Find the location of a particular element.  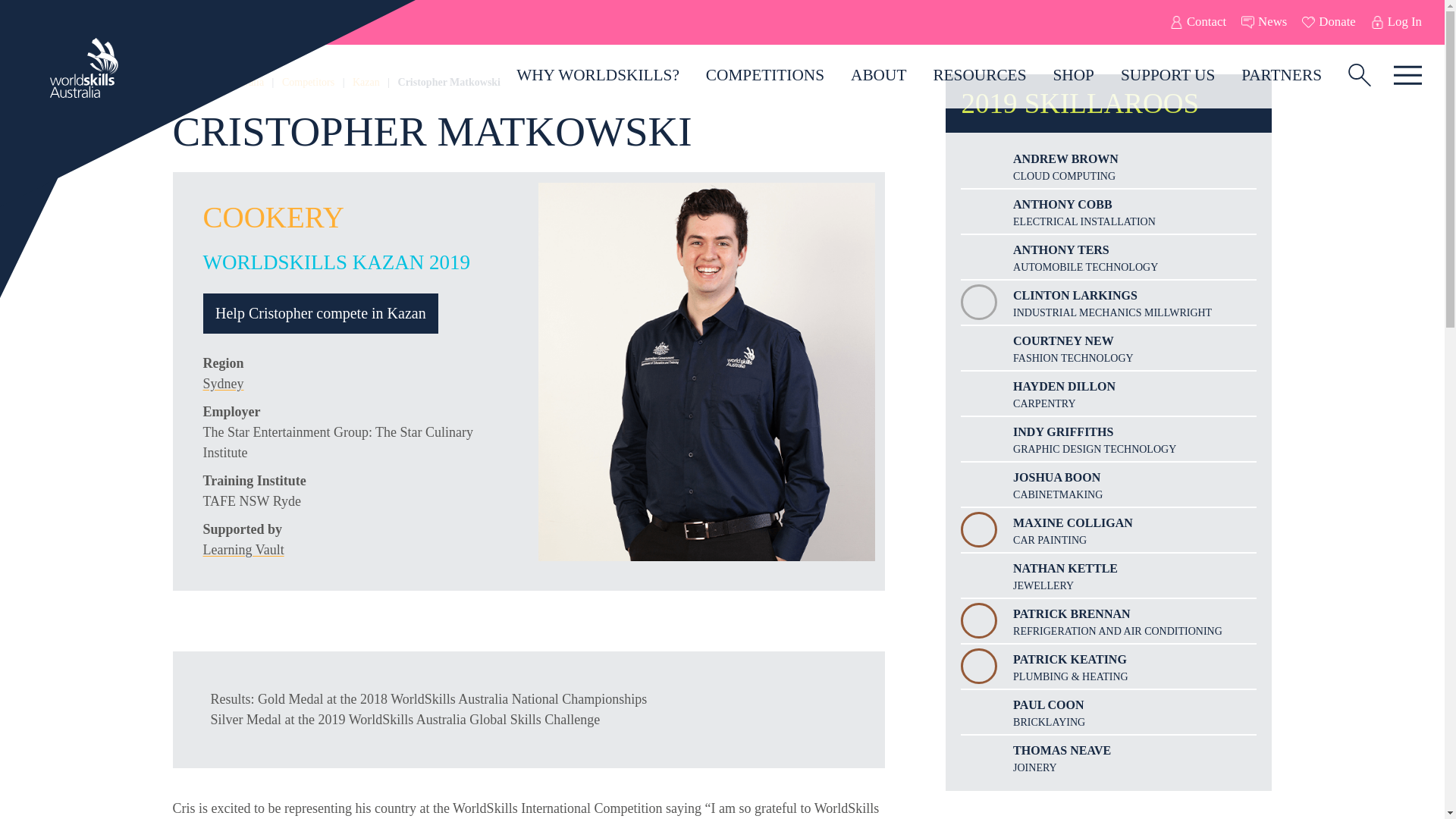

'Learning Vault' is located at coordinates (243, 550).